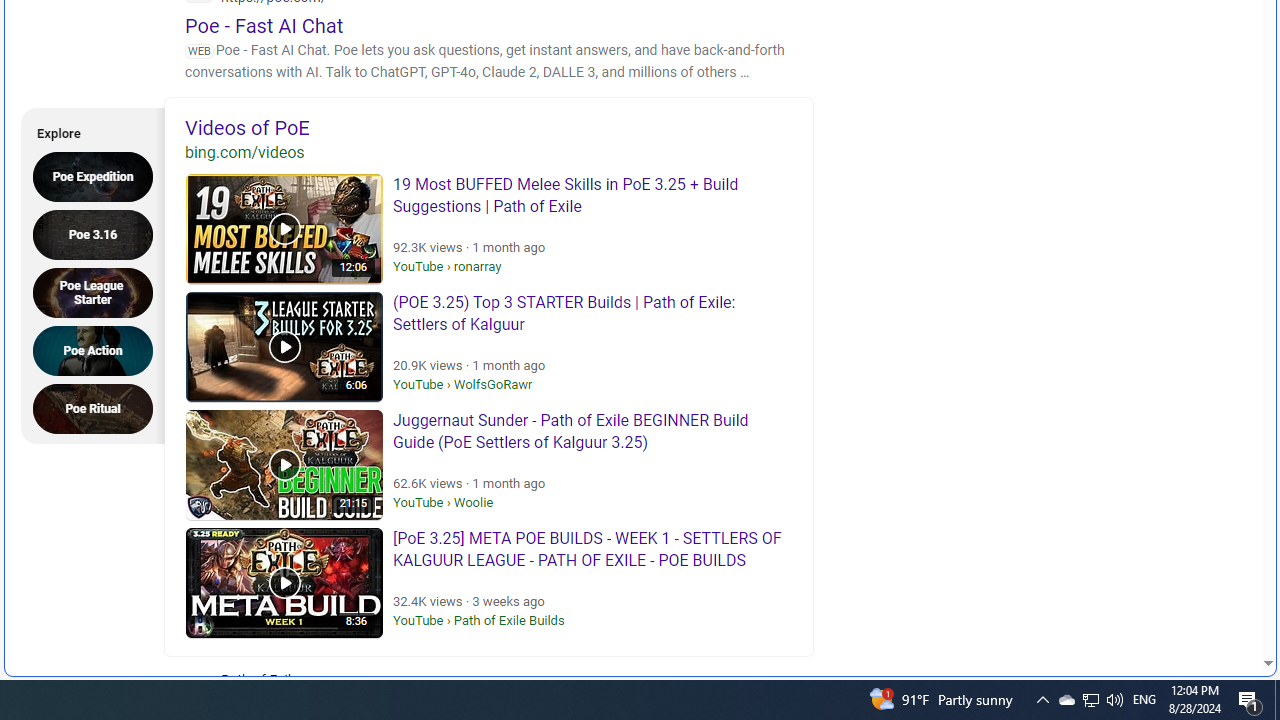 This screenshot has width=1280, height=720. What do you see at coordinates (98, 233) in the screenshot?
I see `'Poe 3.16'` at bounding box center [98, 233].